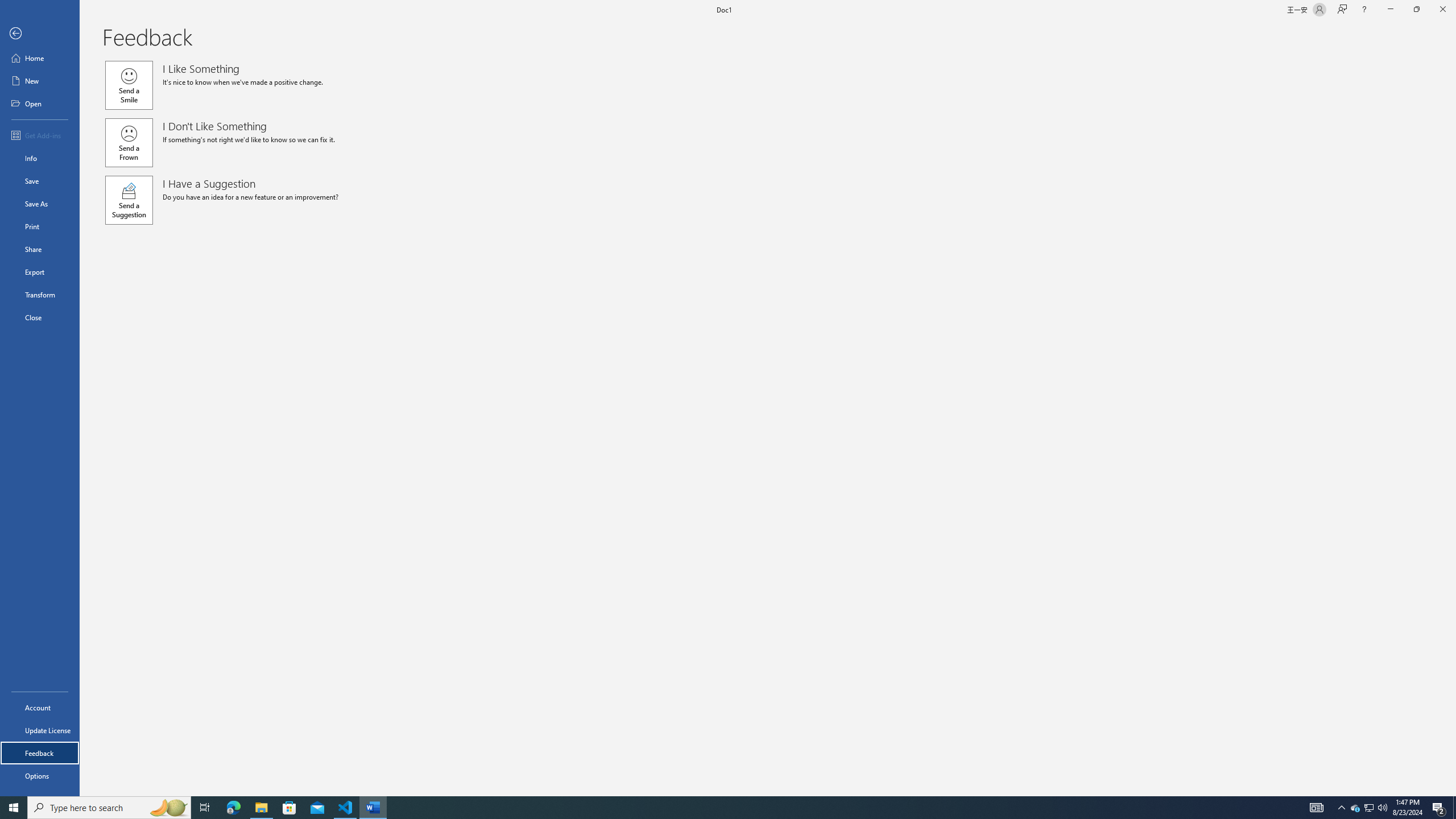 This screenshot has height=819, width=1456. What do you see at coordinates (39, 226) in the screenshot?
I see `'Print'` at bounding box center [39, 226].